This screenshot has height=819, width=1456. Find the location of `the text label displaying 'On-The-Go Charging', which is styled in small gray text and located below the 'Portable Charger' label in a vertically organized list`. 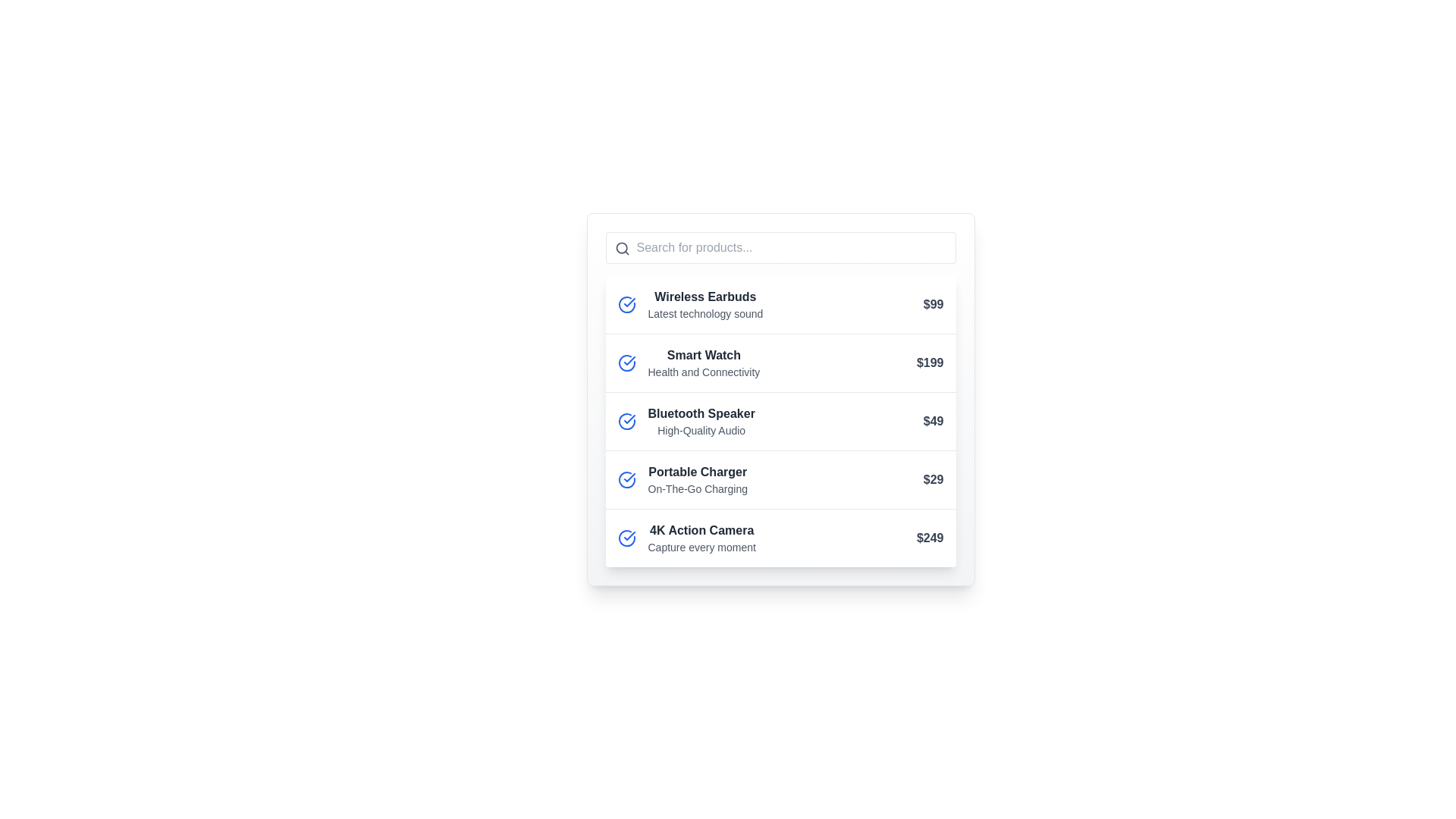

the text label displaying 'On-The-Go Charging', which is styled in small gray text and located below the 'Portable Charger' label in a vertically organized list is located at coordinates (697, 488).